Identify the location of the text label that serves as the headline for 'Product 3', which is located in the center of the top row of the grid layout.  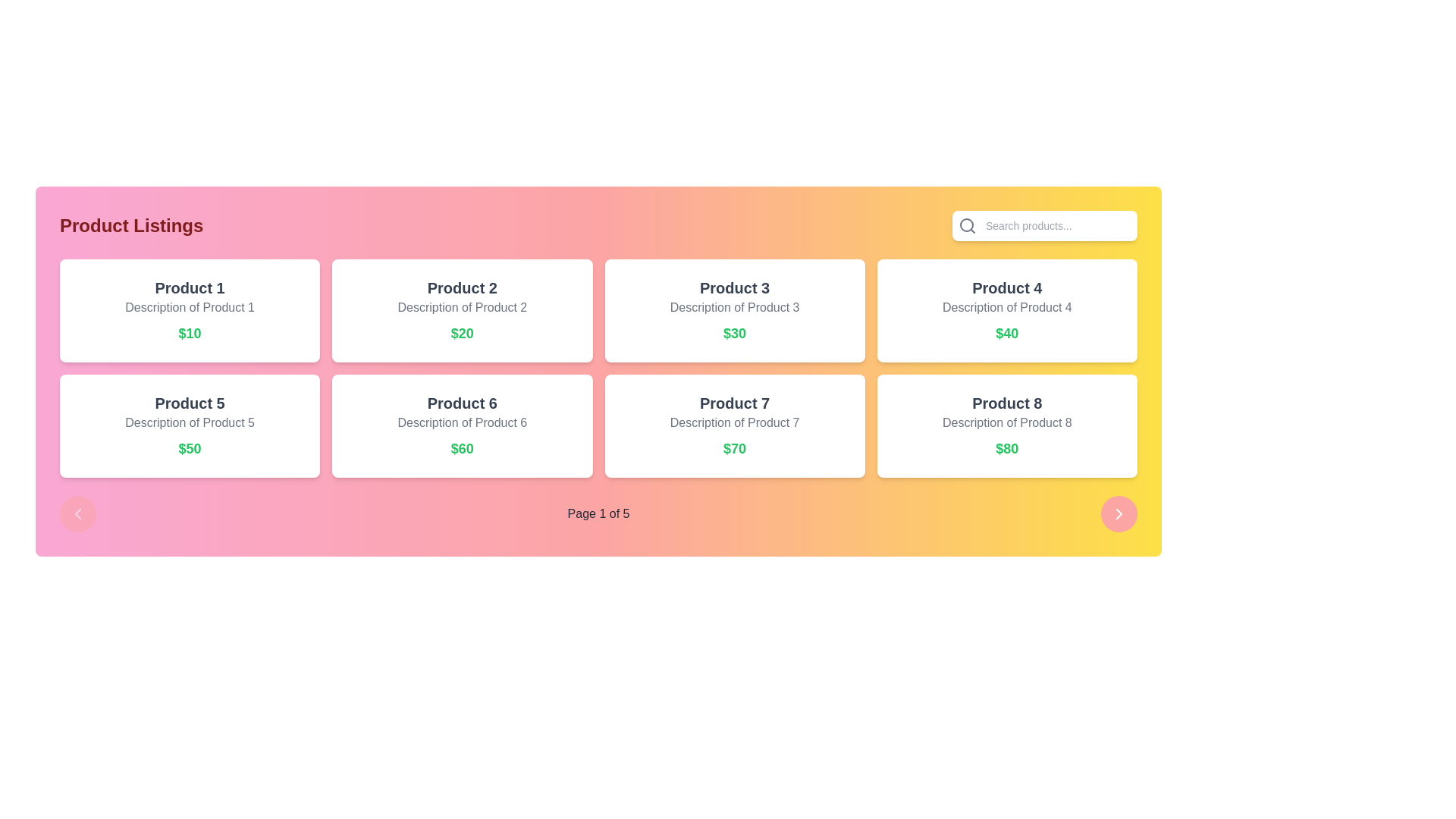
(735, 288).